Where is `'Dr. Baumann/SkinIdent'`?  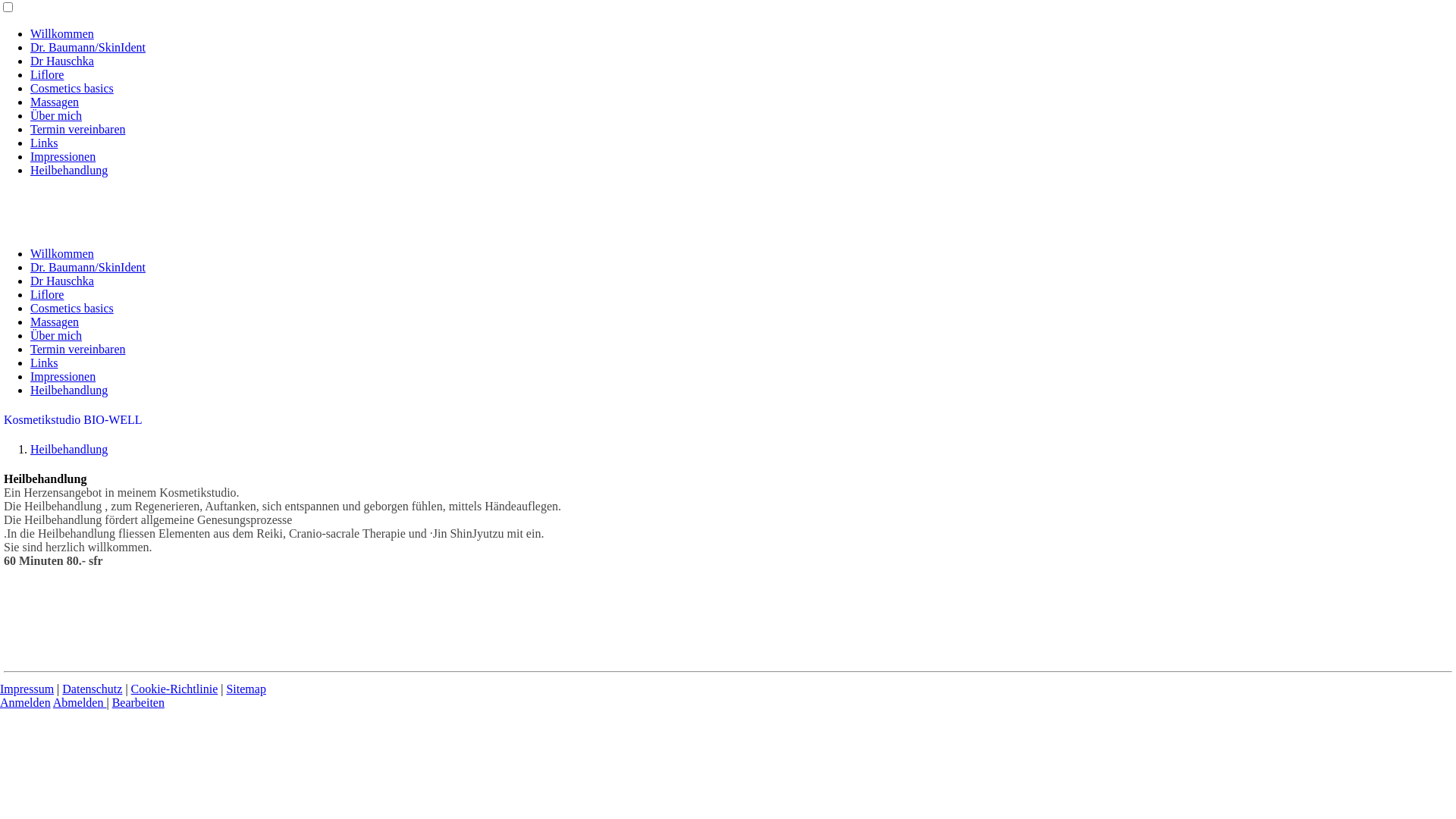
'Dr. Baumann/SkinIdent' is located at coordinates (30, 266).